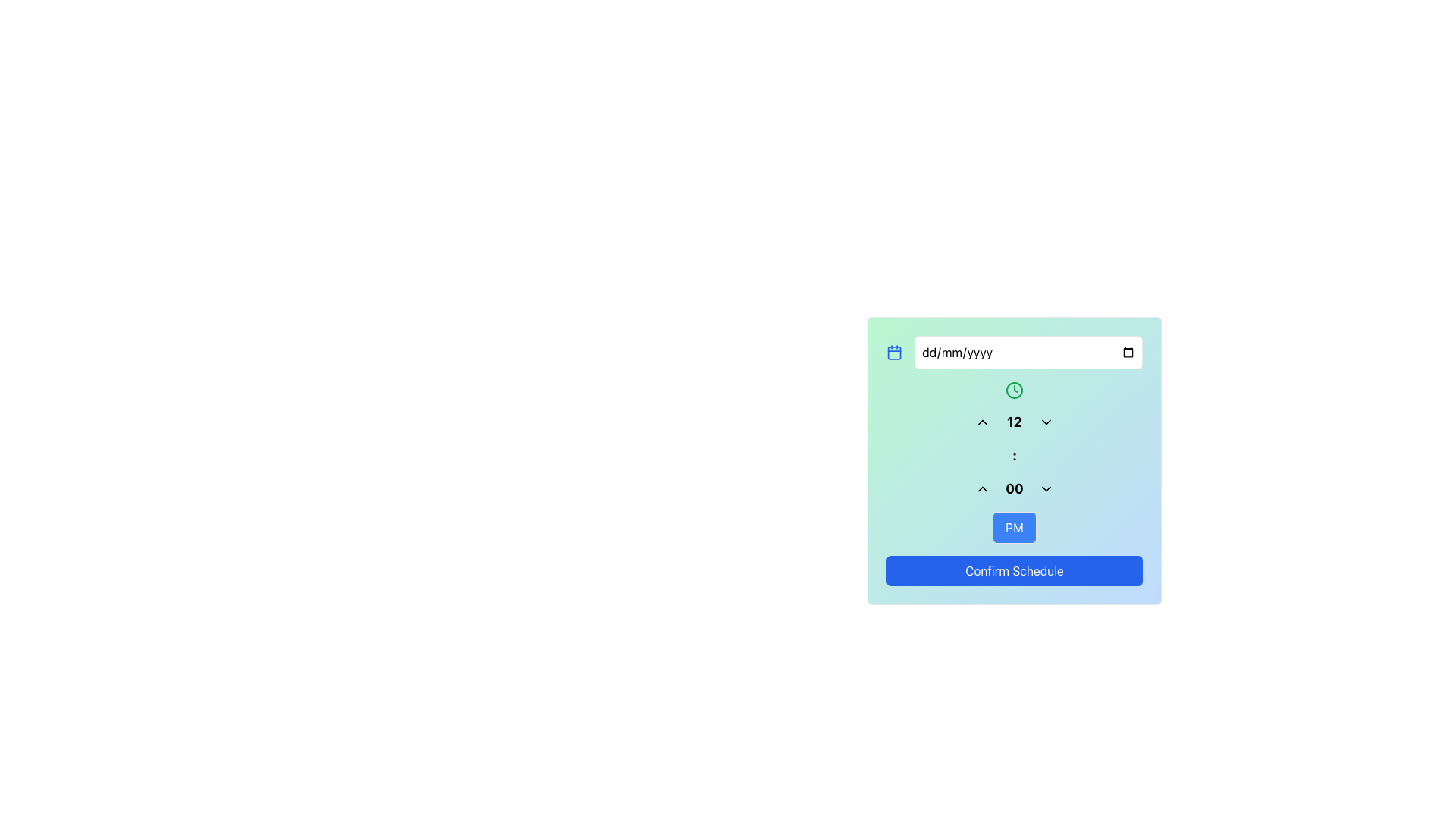 The height and width of the screenshot is (819, 1456). I want to click on the 'Confirm Schedule' button, which is a blue button with white text located at the bottom-center of the card interface, so click(1015, 570).